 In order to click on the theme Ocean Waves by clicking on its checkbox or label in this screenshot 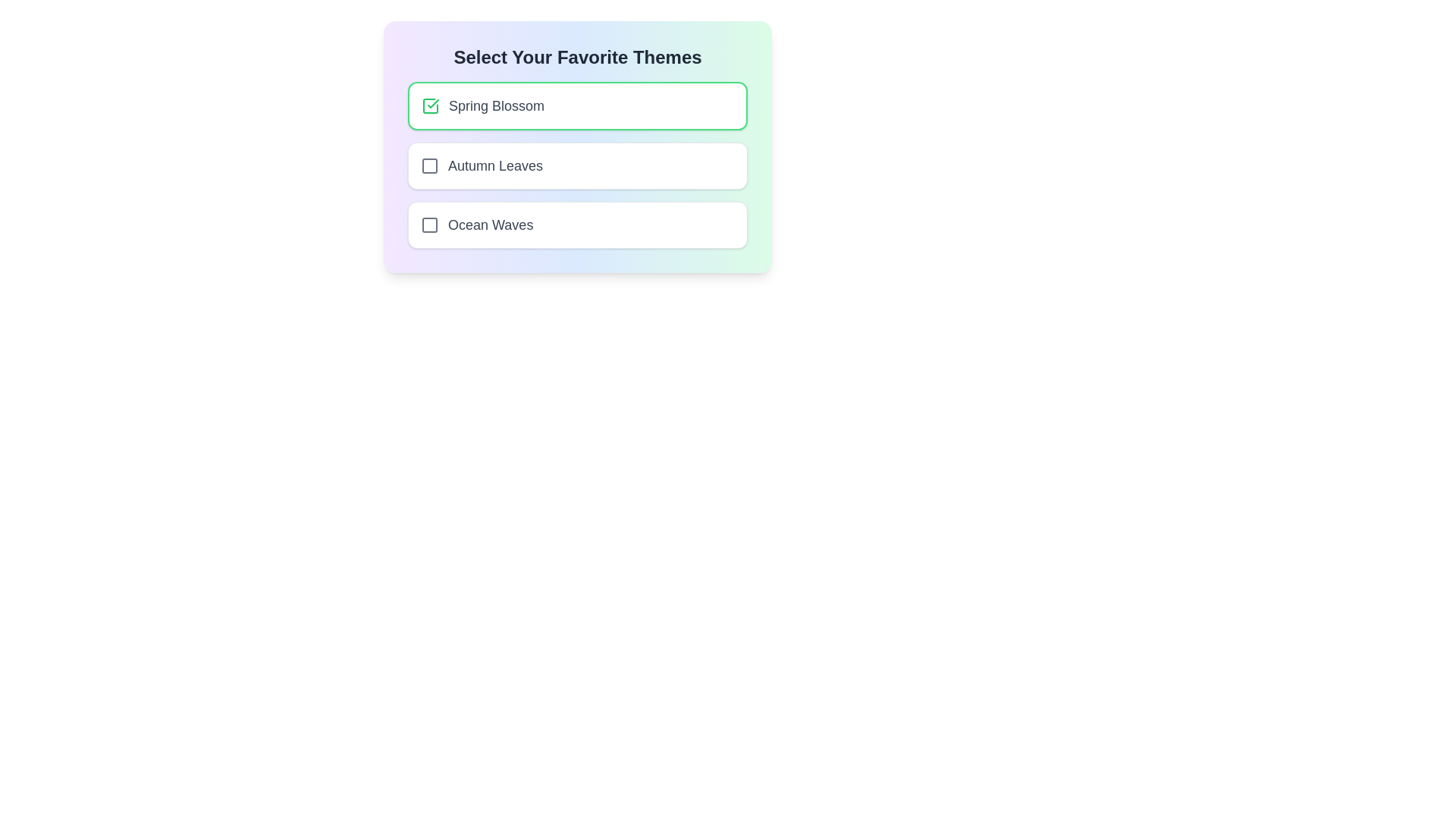, I will do `click(577, 225)`.